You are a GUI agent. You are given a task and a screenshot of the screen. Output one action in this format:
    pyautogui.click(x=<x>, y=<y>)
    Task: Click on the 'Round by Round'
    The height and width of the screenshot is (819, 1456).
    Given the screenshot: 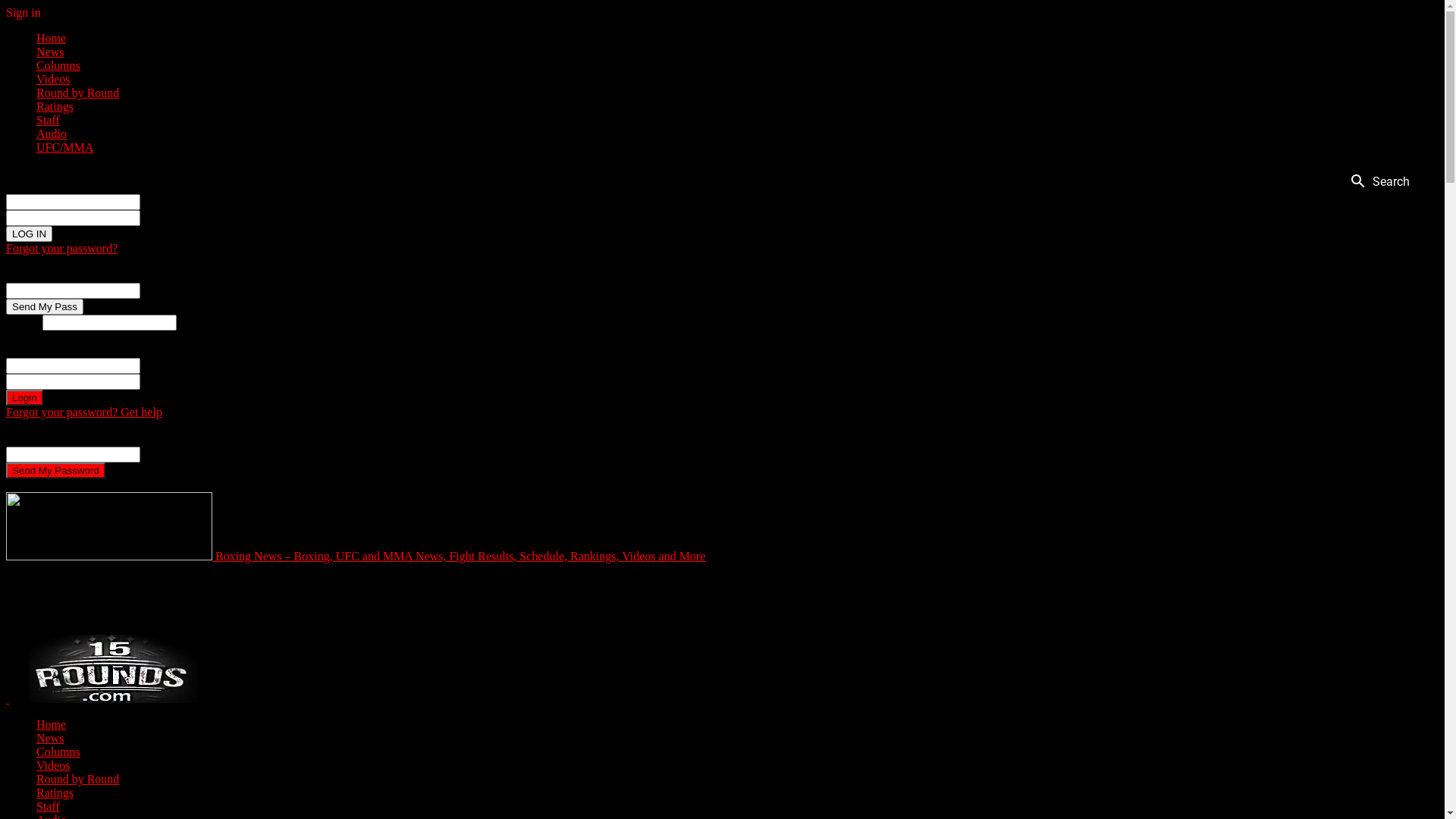 What is the action you would take?
    pyautogui.click(x=77, y=93)
    